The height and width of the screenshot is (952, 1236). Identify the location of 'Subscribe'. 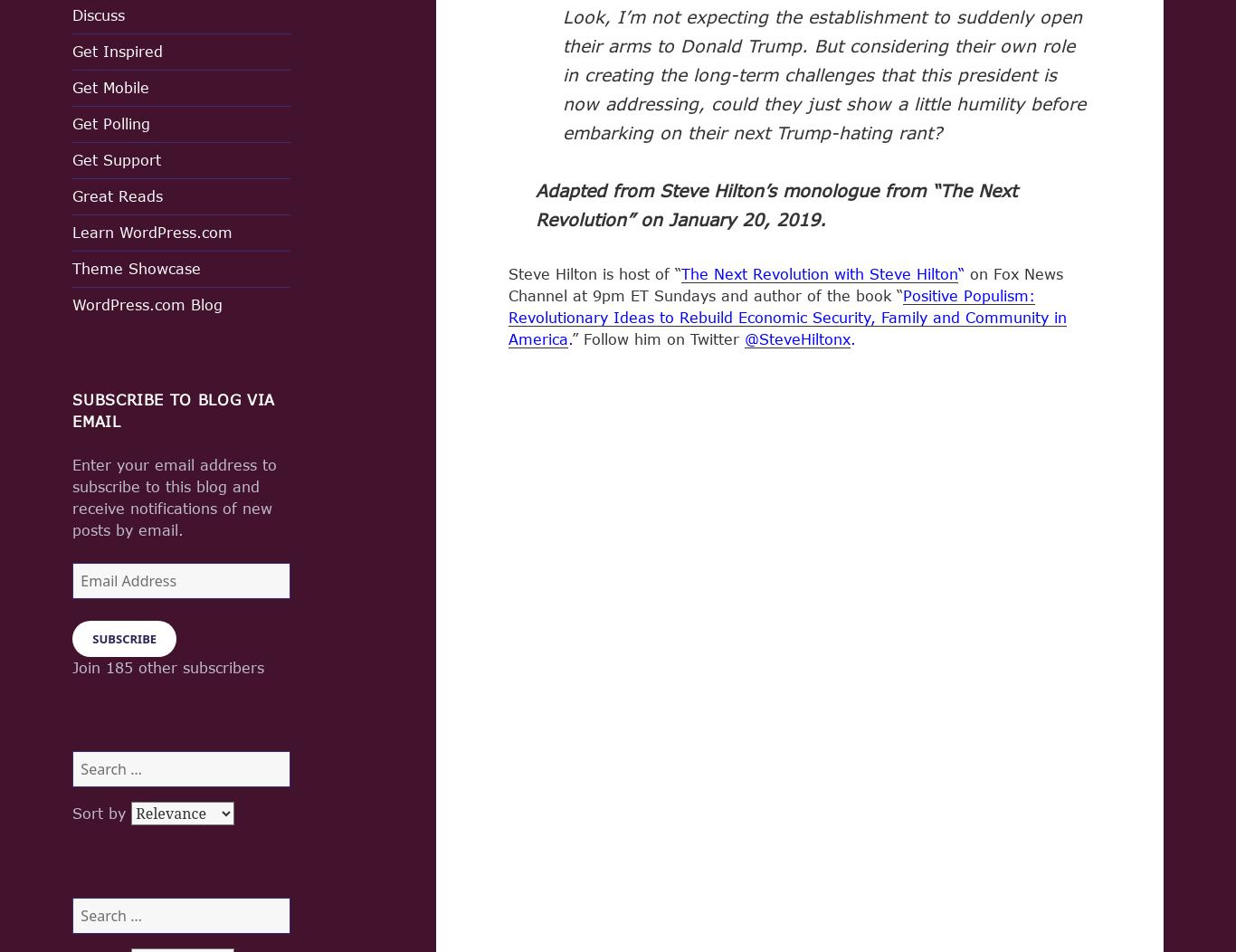
(123, 638).